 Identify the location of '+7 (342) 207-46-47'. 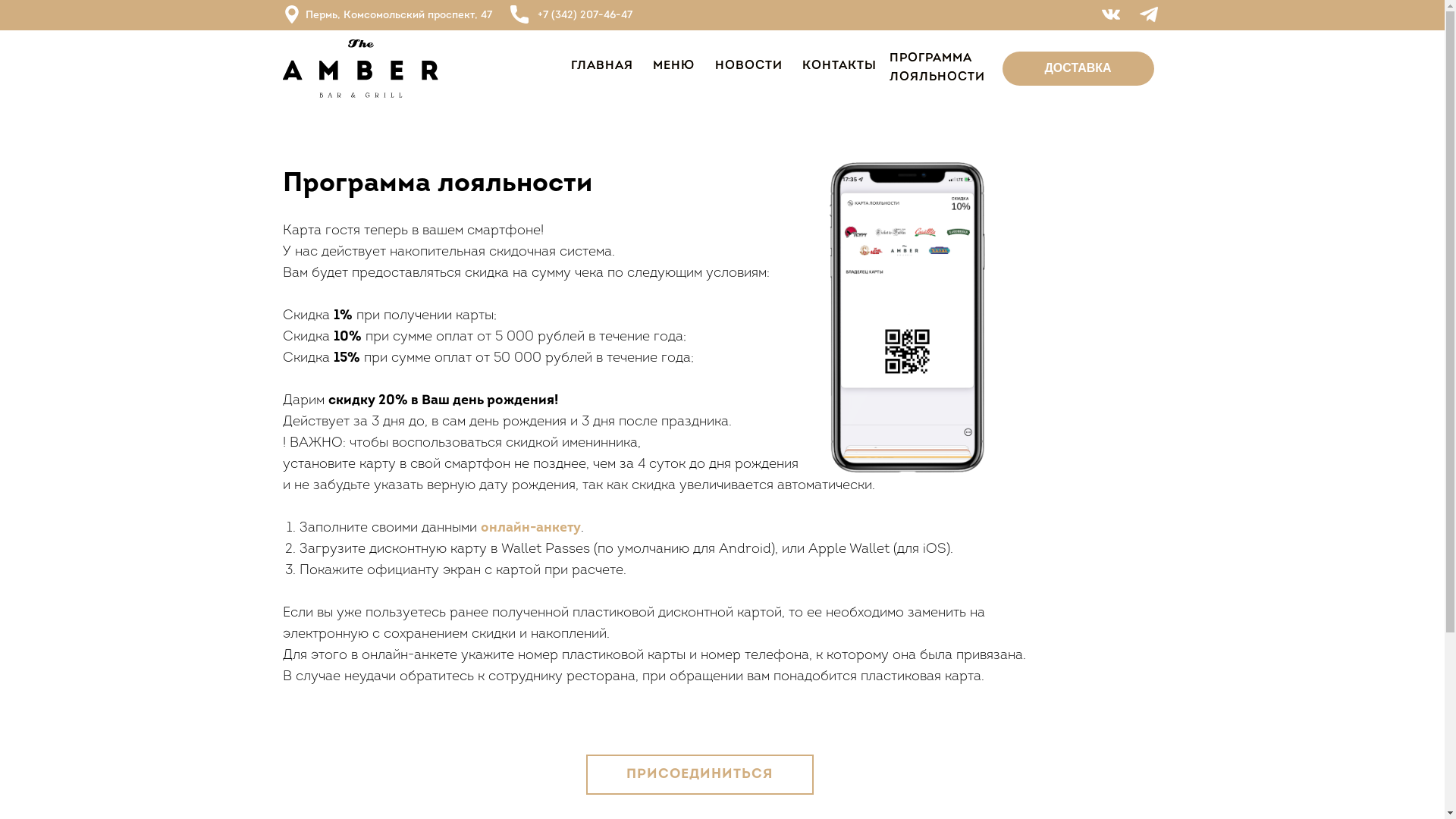
(537, 15).